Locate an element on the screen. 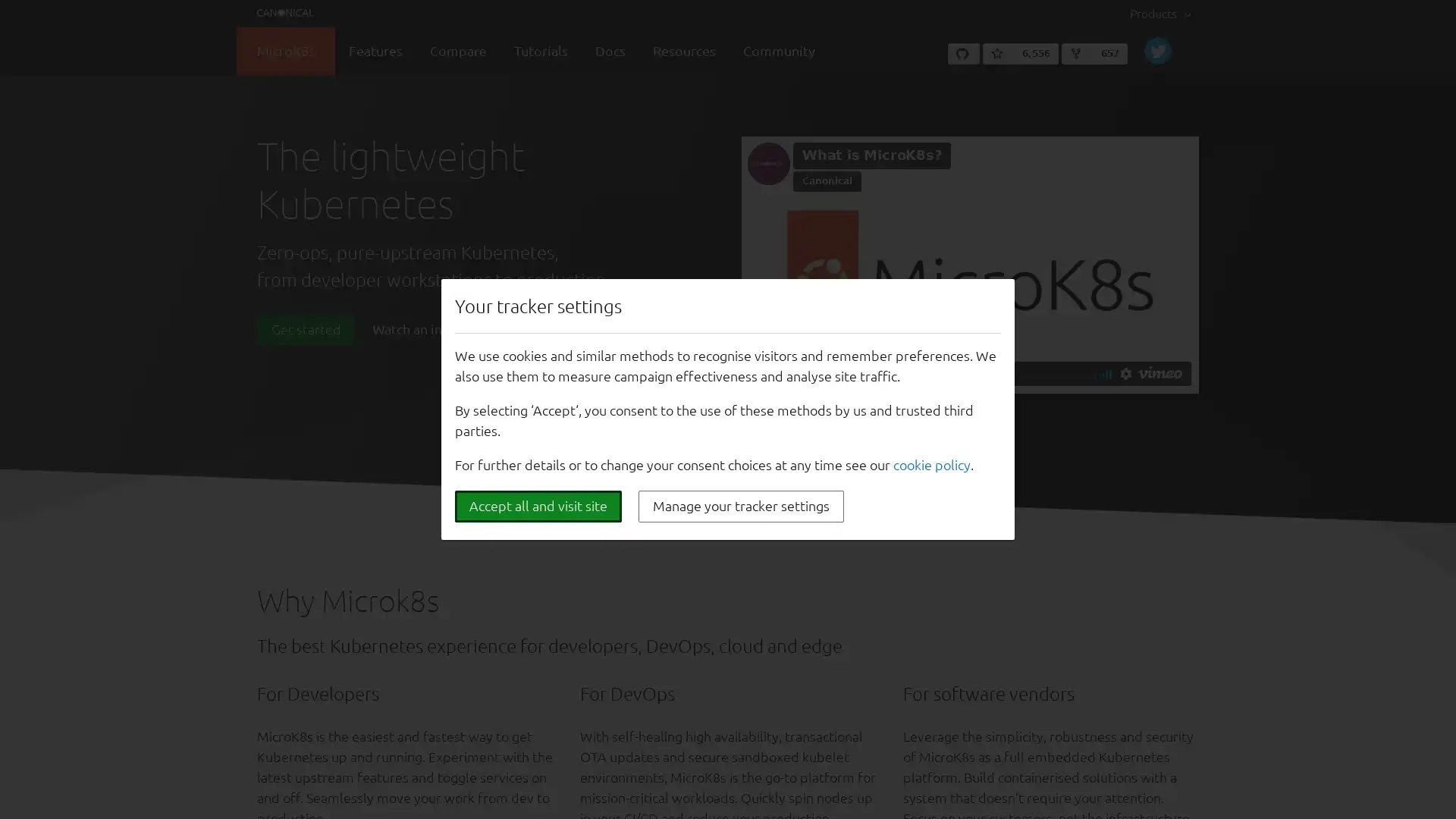  Accept all and visit site is located at coordinates (538, 506).